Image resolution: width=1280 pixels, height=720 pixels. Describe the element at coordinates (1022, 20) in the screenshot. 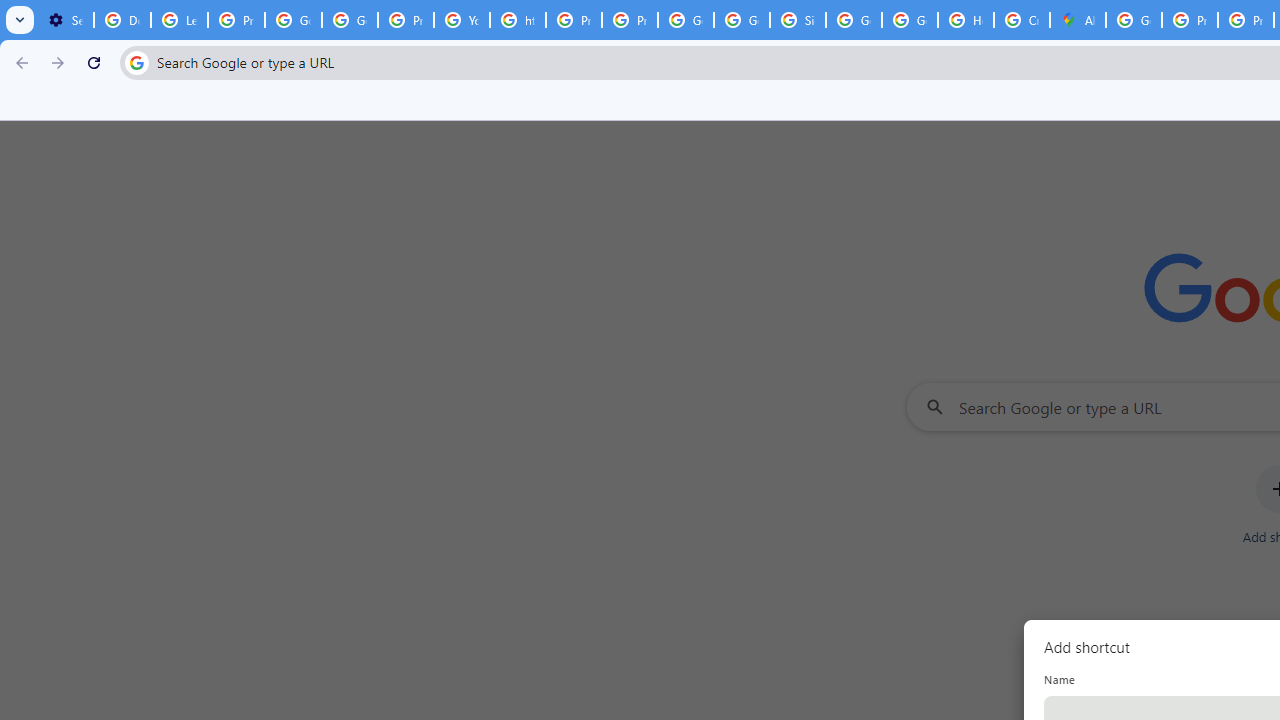

I see `'Create your Google Account'` at that location.